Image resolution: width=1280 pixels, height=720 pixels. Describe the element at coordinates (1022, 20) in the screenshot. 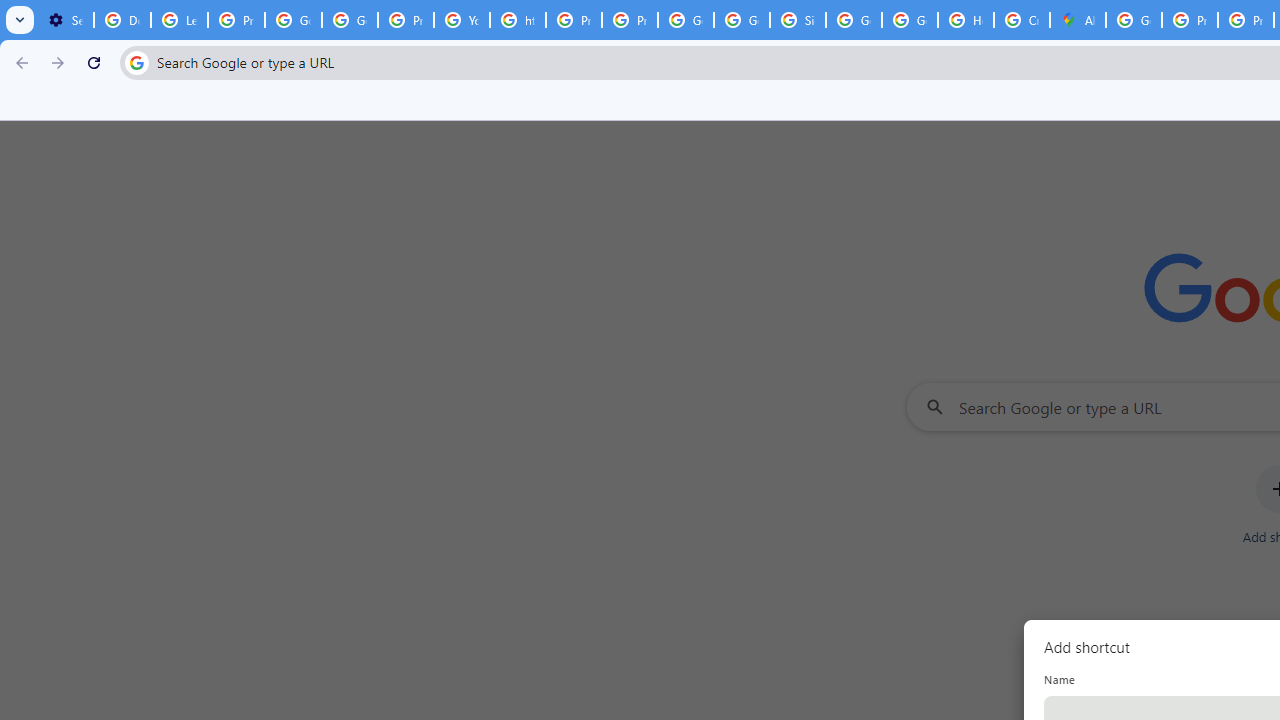

I see `'Create your Google Account'` at that location.